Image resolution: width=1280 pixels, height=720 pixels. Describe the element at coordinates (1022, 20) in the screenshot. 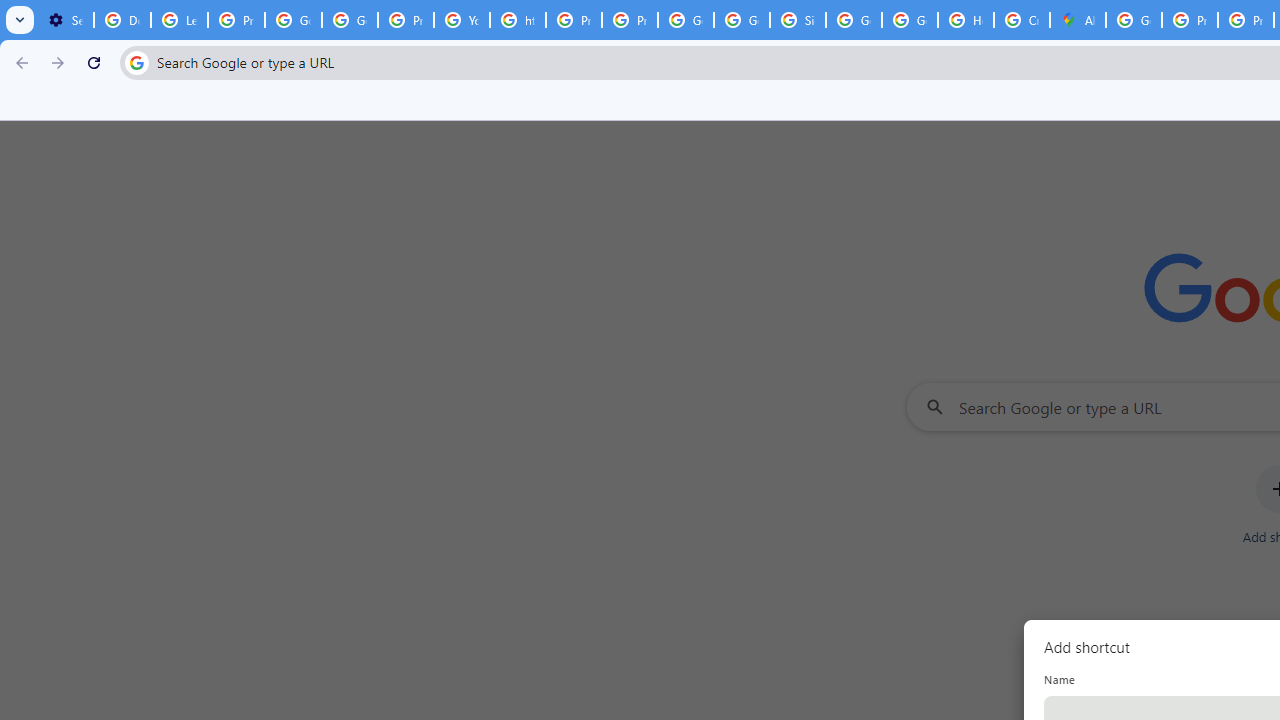

I see `'Create your Google Account'` at that location.